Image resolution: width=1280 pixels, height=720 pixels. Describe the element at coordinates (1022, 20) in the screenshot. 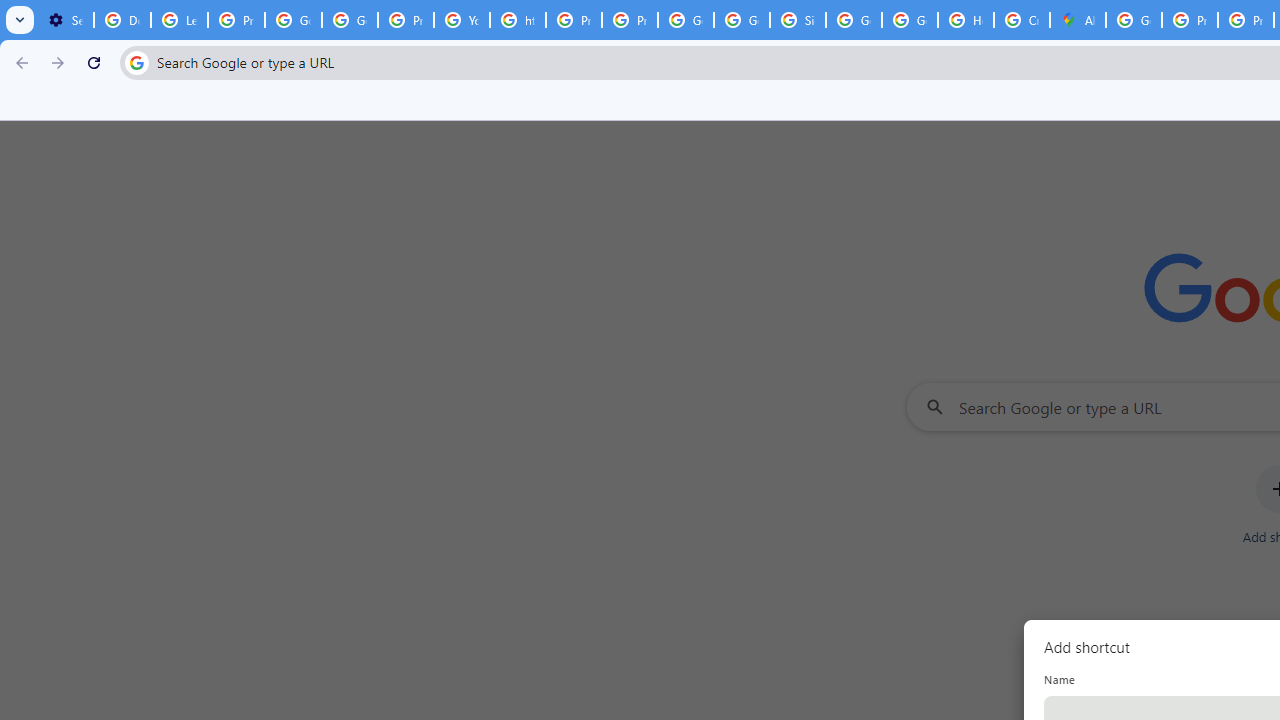

I see `'Create your Google Account'` at that location.